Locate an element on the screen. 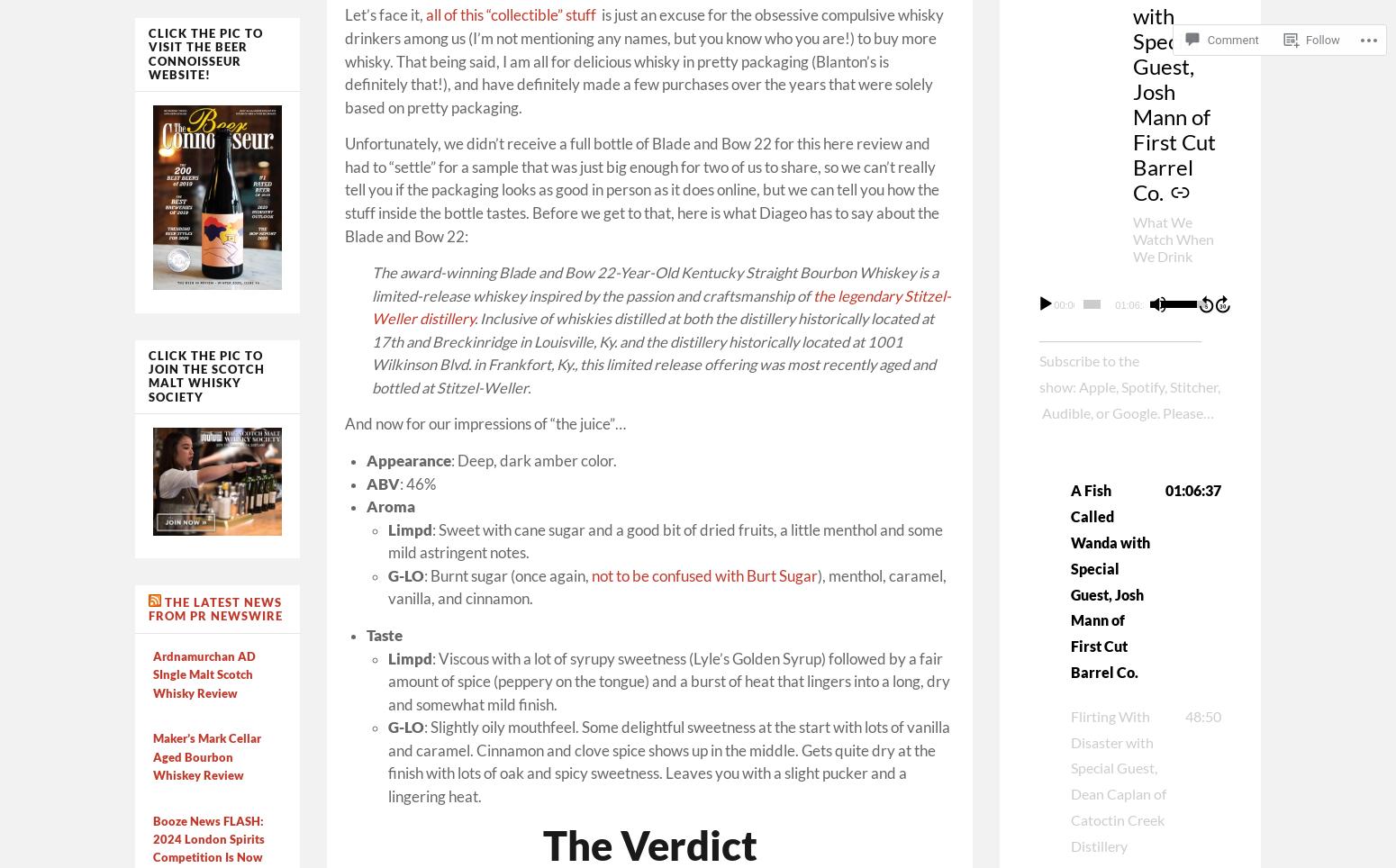 Image resolution: width=1396 pixels, height=868 pixels. 'What We Watch When We Drink' is located at coordinates (1172, 238).